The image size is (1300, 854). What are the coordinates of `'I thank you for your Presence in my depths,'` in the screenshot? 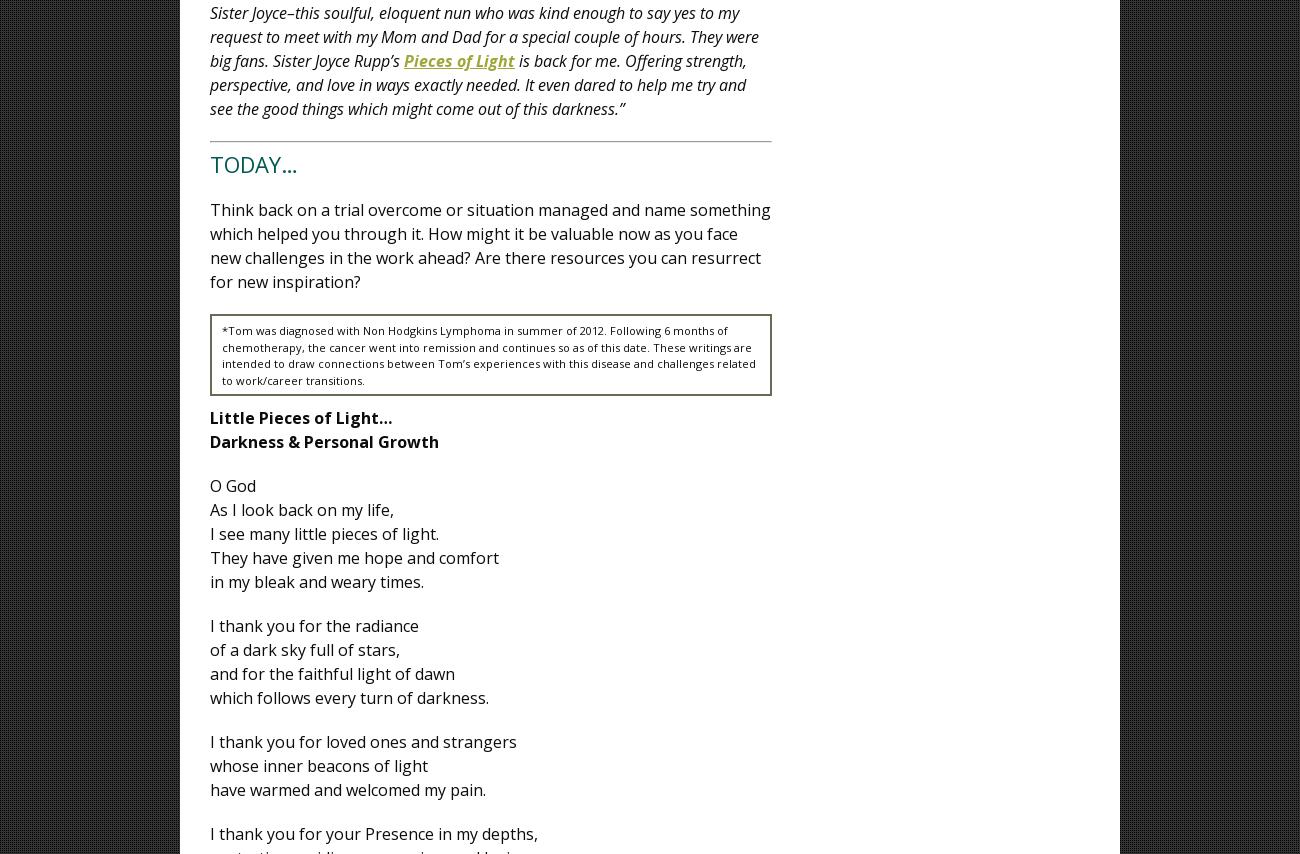 It's located at (373, 834).